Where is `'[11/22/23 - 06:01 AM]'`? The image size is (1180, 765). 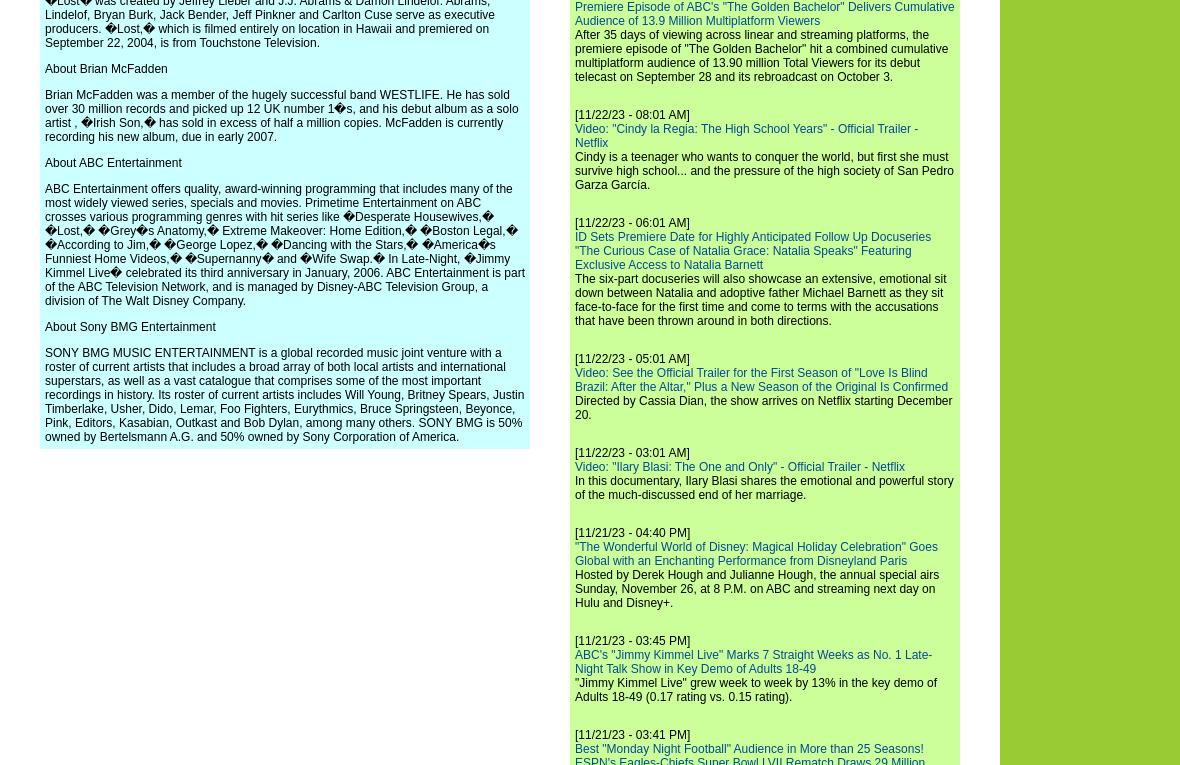
'[11/22/23 - 06:01 AM]' is located at coordinates (575, 222).